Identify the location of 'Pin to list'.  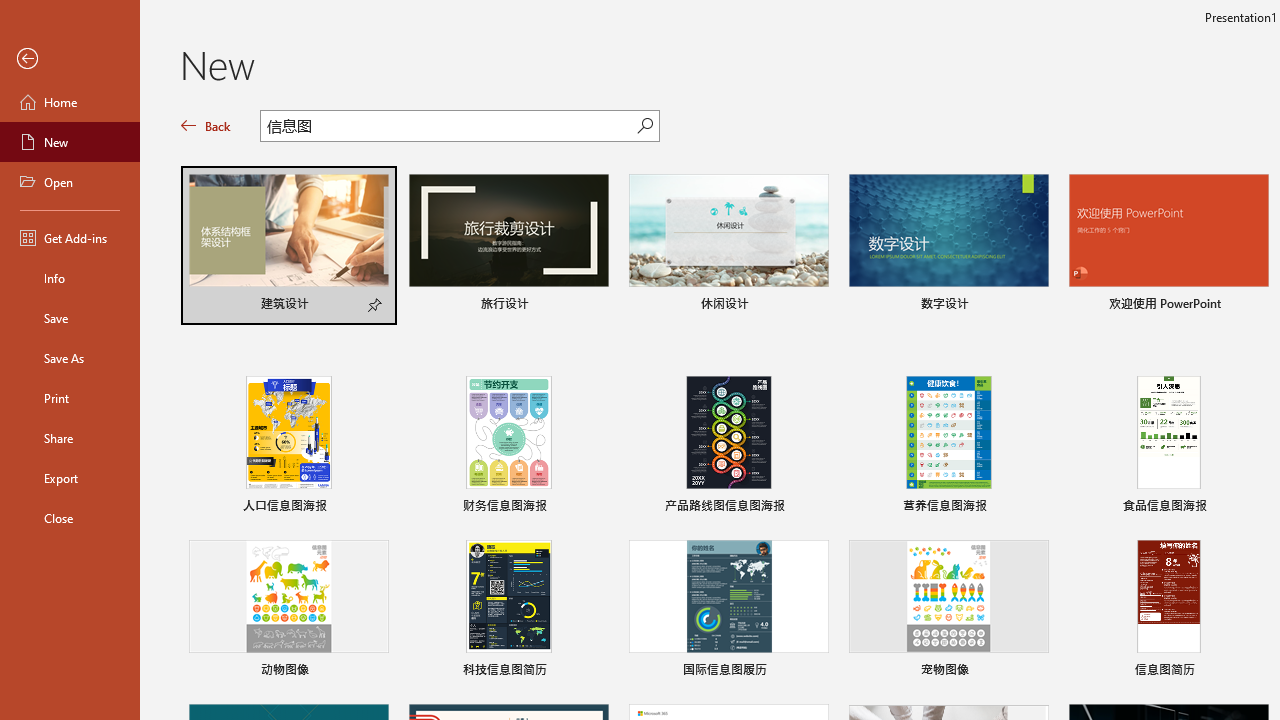
(1254, 672).